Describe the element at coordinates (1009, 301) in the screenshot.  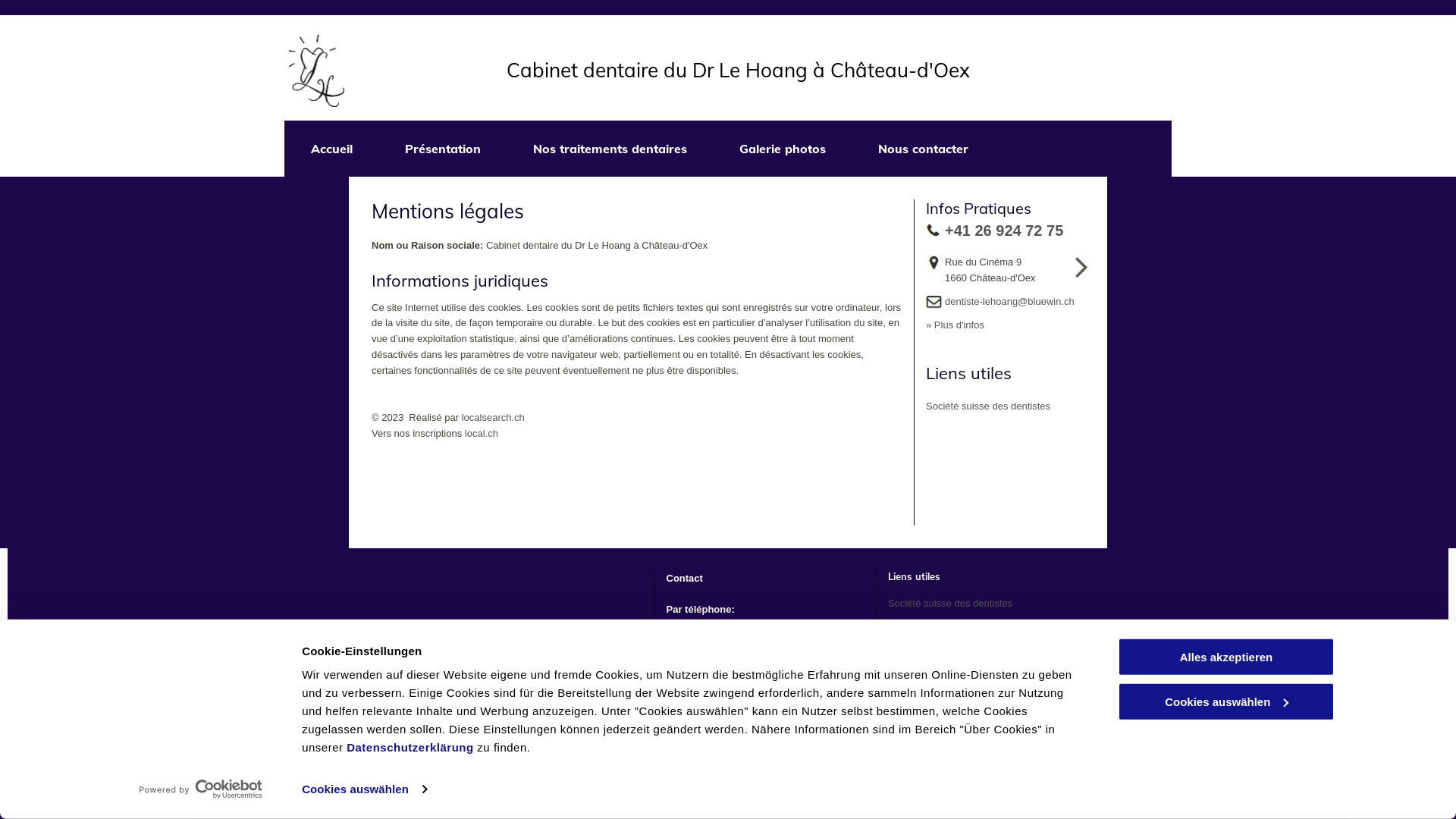
I see `'dentiste-lehoang@bluewin.ch'` at that location.